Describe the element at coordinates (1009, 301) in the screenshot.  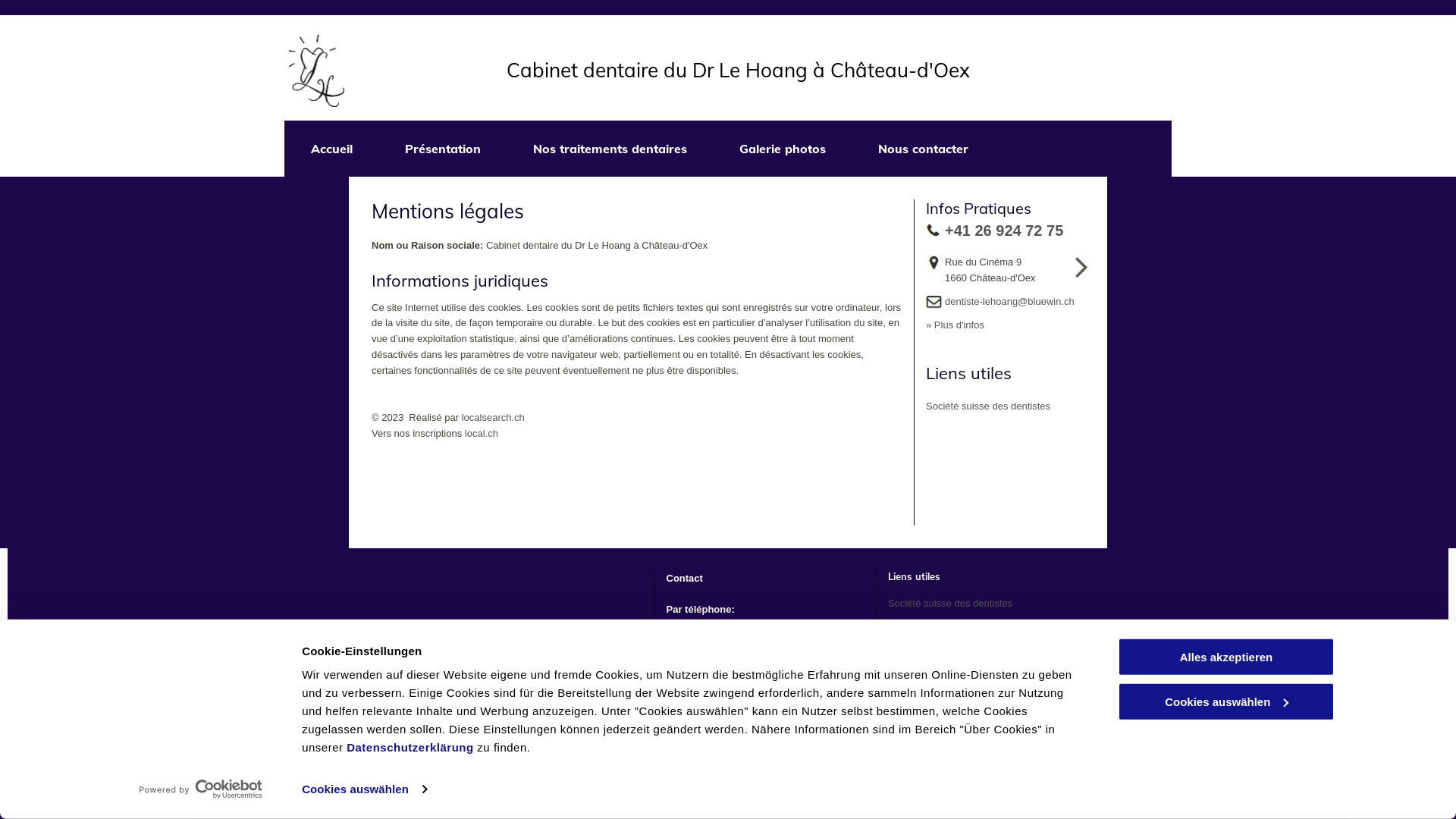
I see `'dentiste-lehoang@bluewin.ch'` at that location.